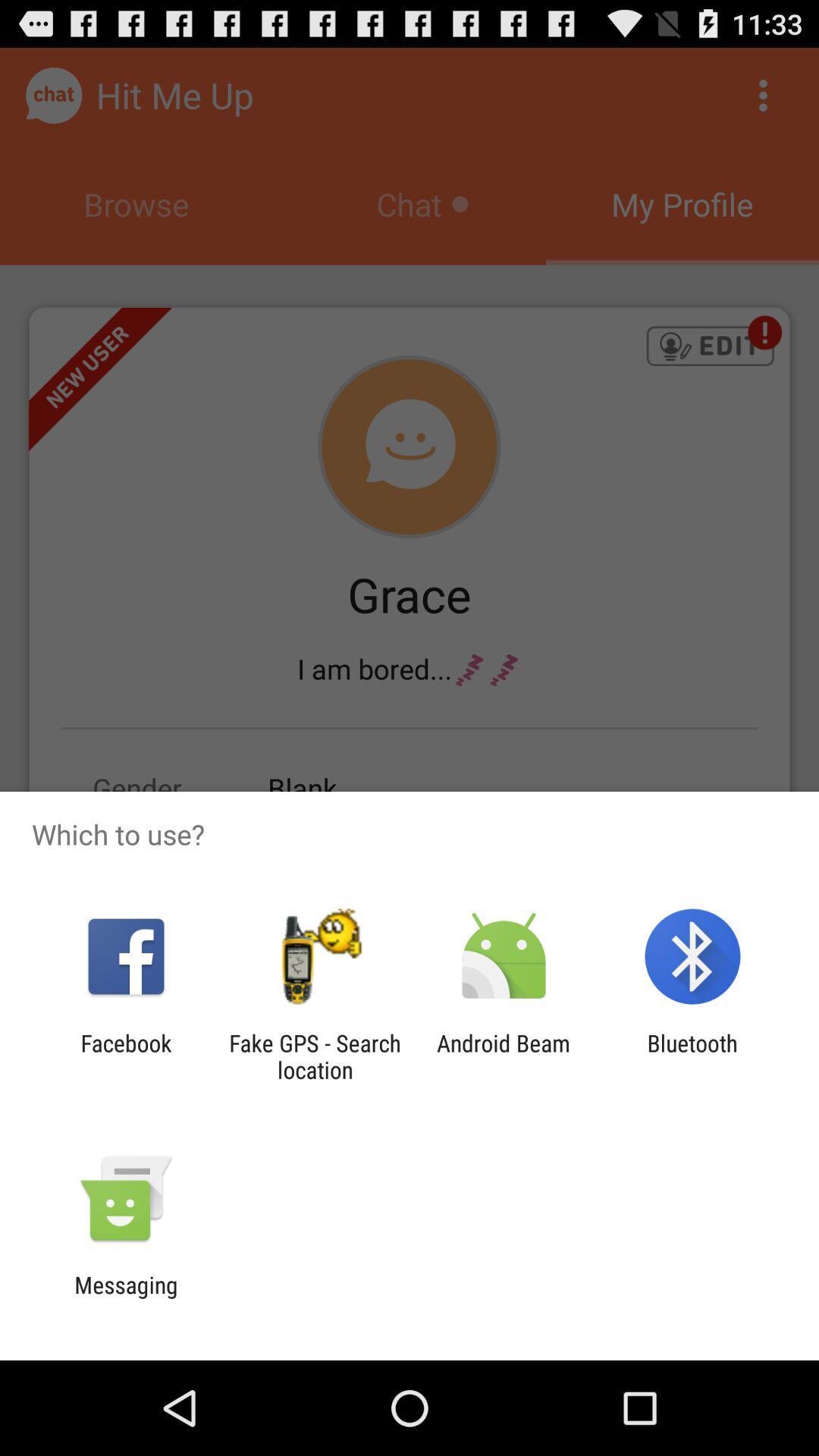 The height and width of the screenshot is (1456, 819). What do you see at coordinates (504, 1056) in the screenshot?
I see `the item to the right of fake gps search` at bounding box center [504, 1056].